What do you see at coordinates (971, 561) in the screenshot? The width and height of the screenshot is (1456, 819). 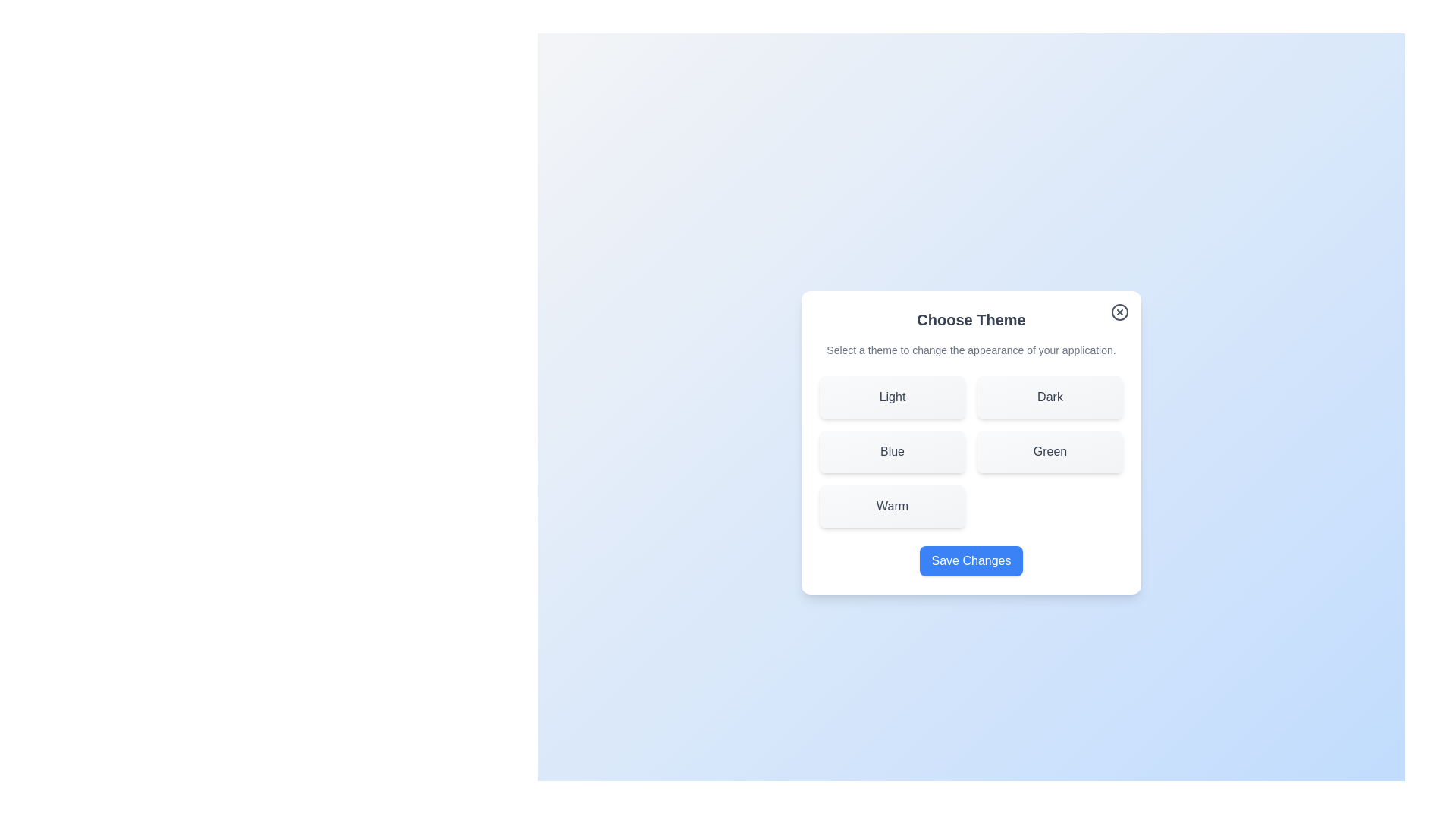 I see `the 'Save Changes' button to confirm the theme selection` at bounding box center [971, 561].